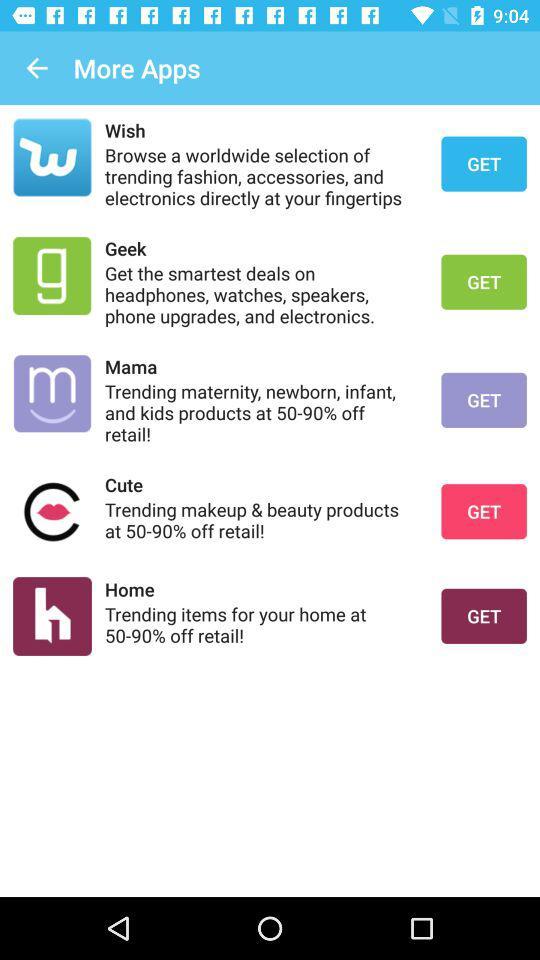  I want to click on item to the left of more apps item, so click(36, 68).